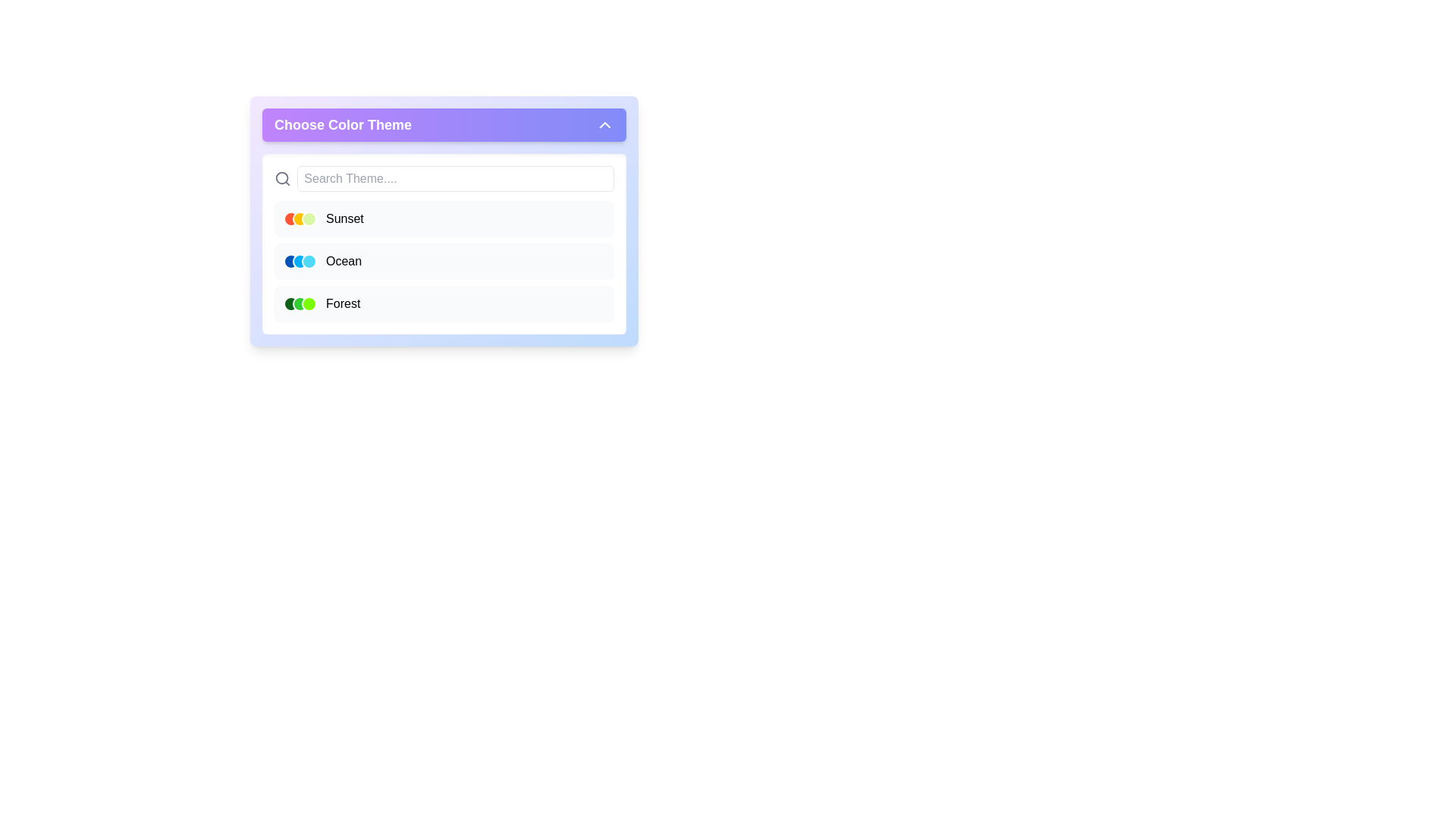 This screenshot has height=819, width=1456. What do you see at coordinates (300, 260) in the screenshot?
I see `the visual indicator button representing the 'Ocean' theme in the theme selection component for accessibility purposes` at bounding box center [300, 260].